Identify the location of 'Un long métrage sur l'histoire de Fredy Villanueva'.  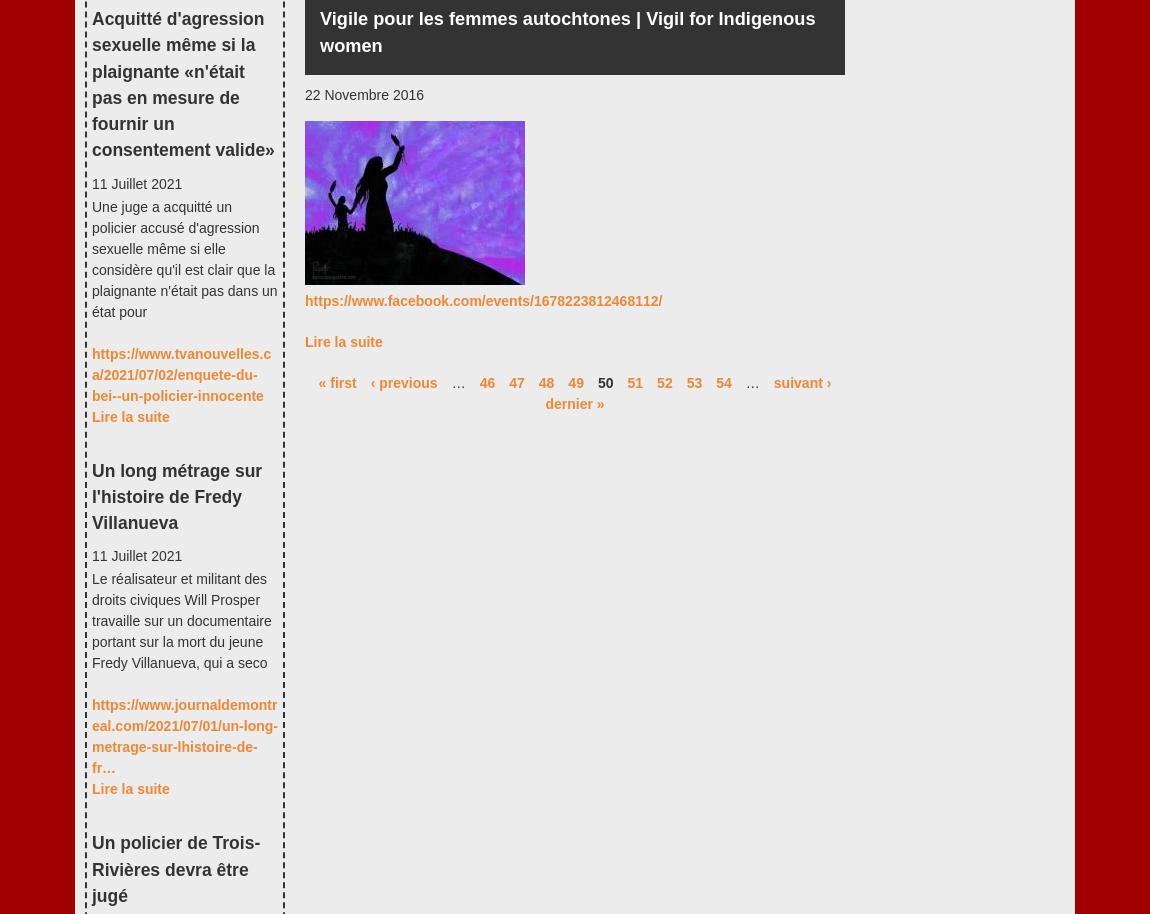
(175, 496).